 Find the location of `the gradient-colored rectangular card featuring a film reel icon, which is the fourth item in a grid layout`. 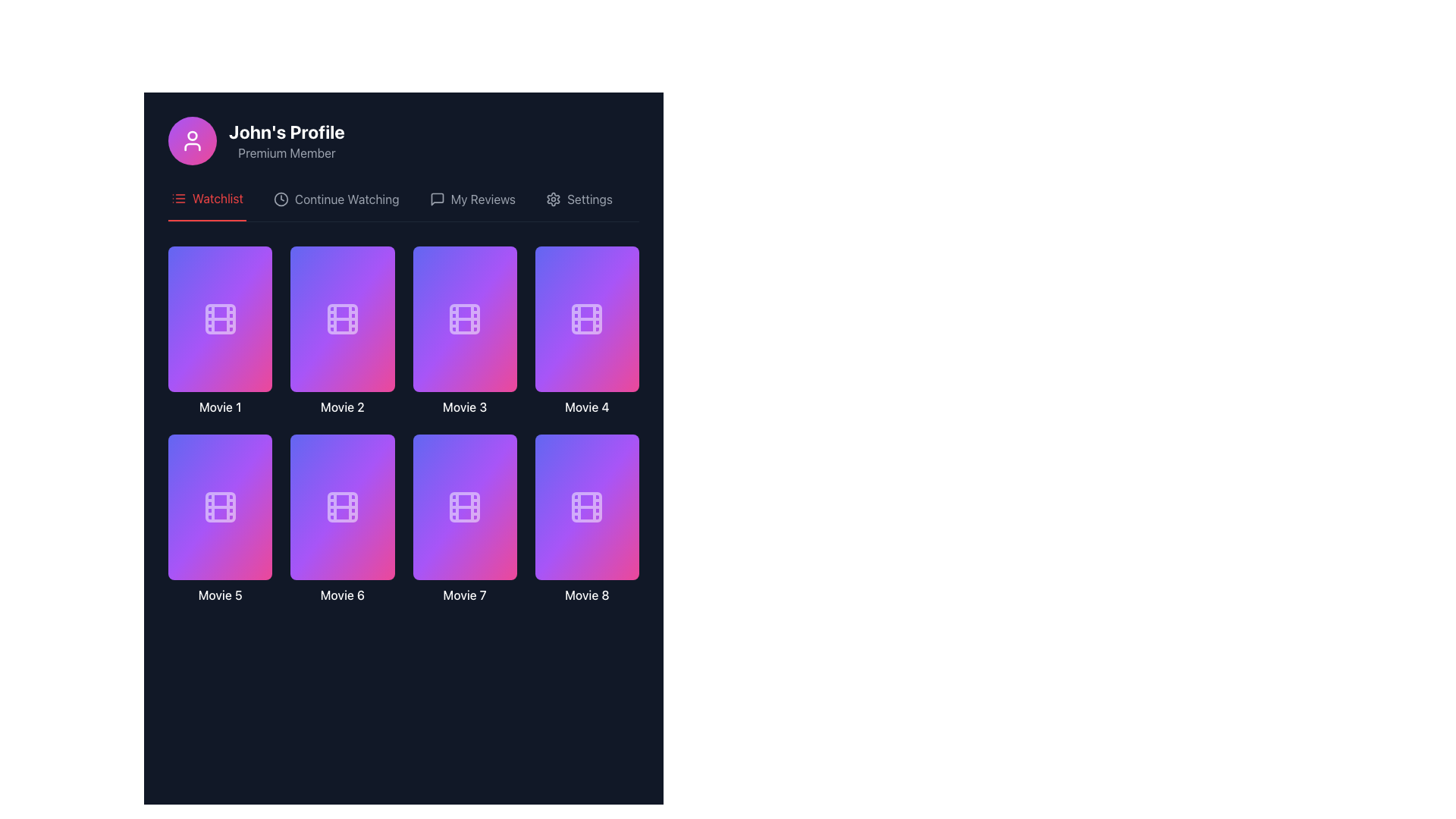

the gradient-colored rectangular card featuring a film reel icon, which is the fourth item in a grid layout is located at coordinates (586, 330).